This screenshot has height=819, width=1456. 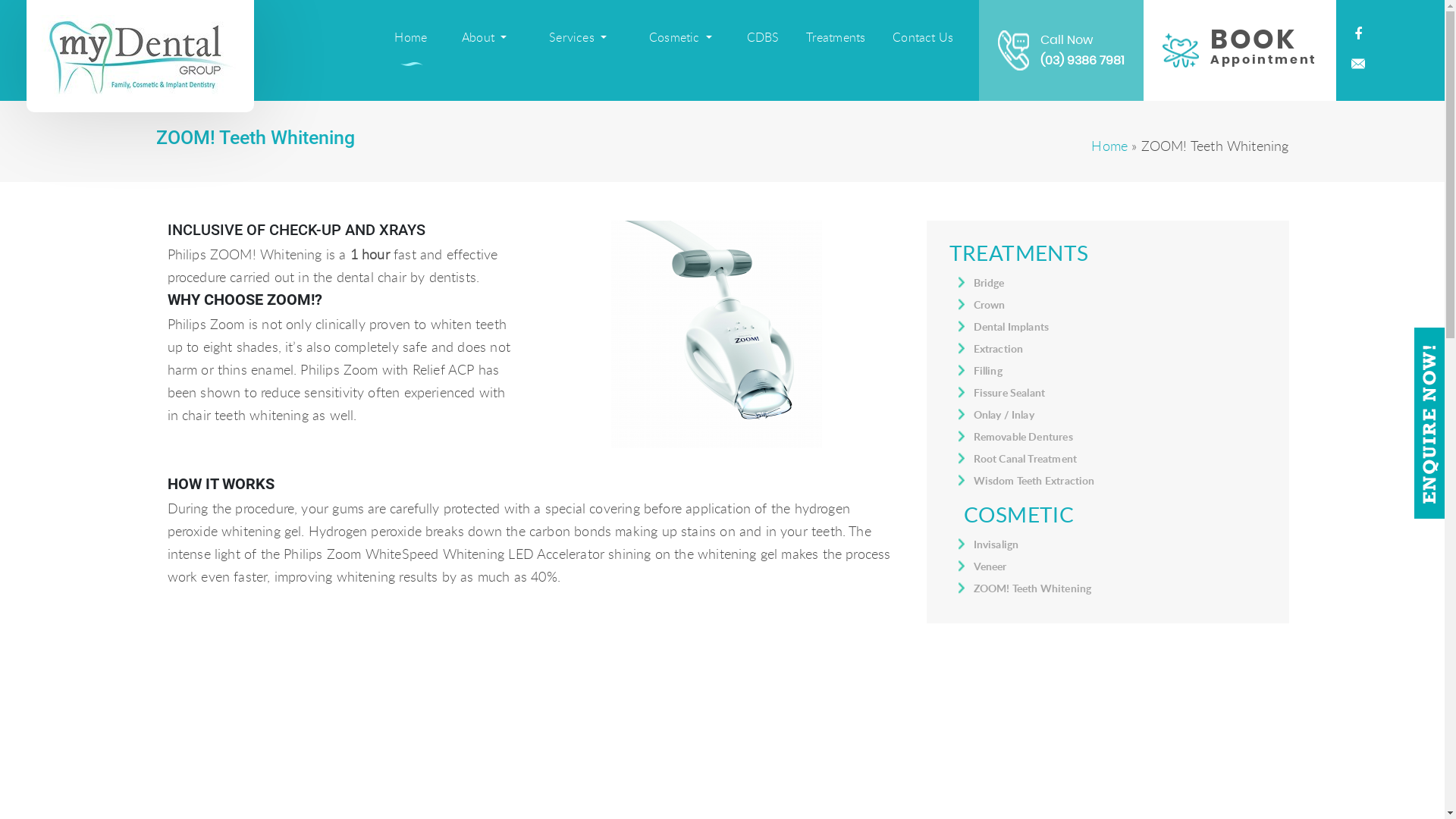 What do you see at coordinates (763, 36) in the screenshot?
I see `'CDBS'` at bounding box center [763, 36].